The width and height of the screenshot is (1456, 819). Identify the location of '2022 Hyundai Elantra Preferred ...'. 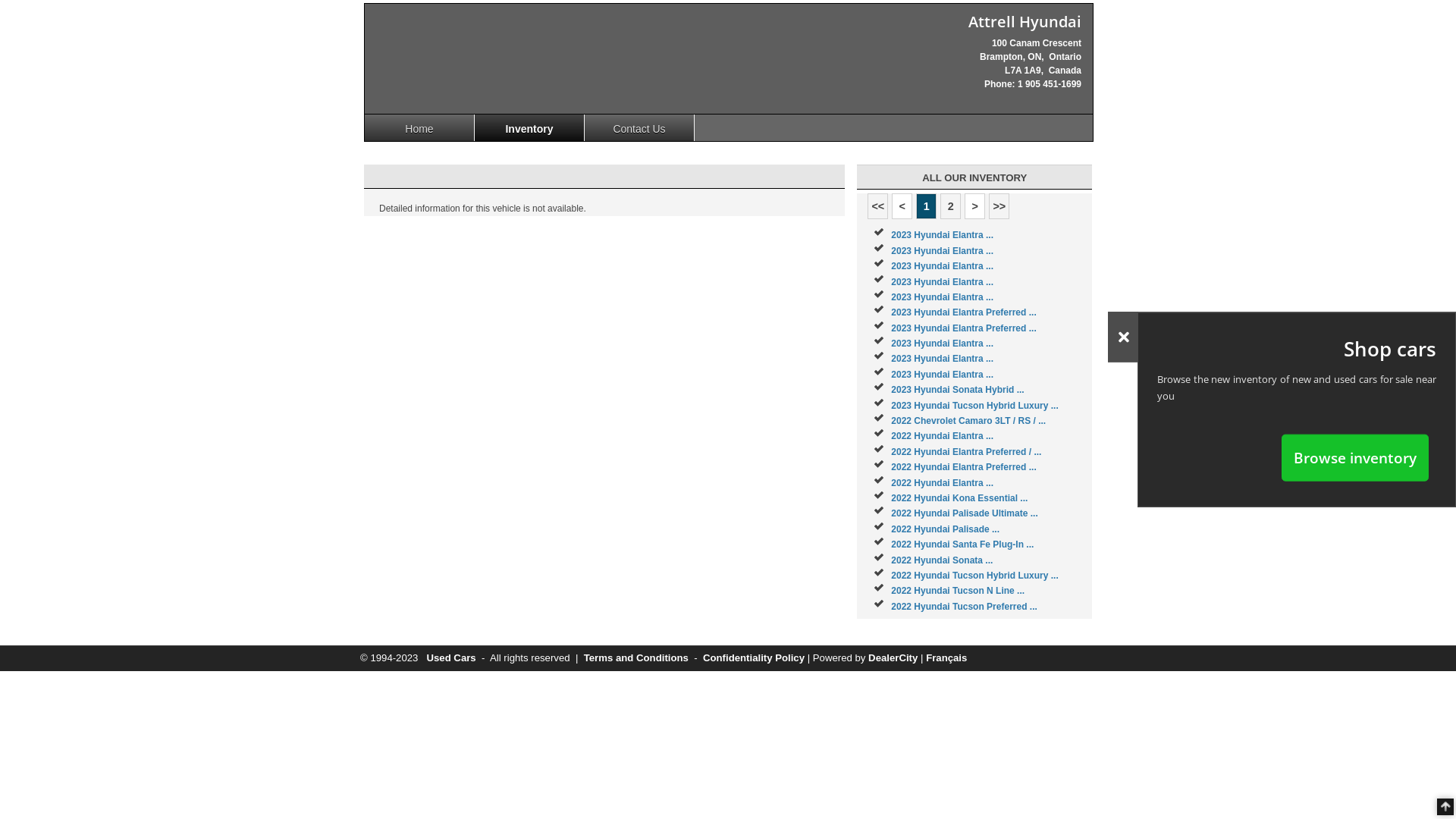
(962, 466).